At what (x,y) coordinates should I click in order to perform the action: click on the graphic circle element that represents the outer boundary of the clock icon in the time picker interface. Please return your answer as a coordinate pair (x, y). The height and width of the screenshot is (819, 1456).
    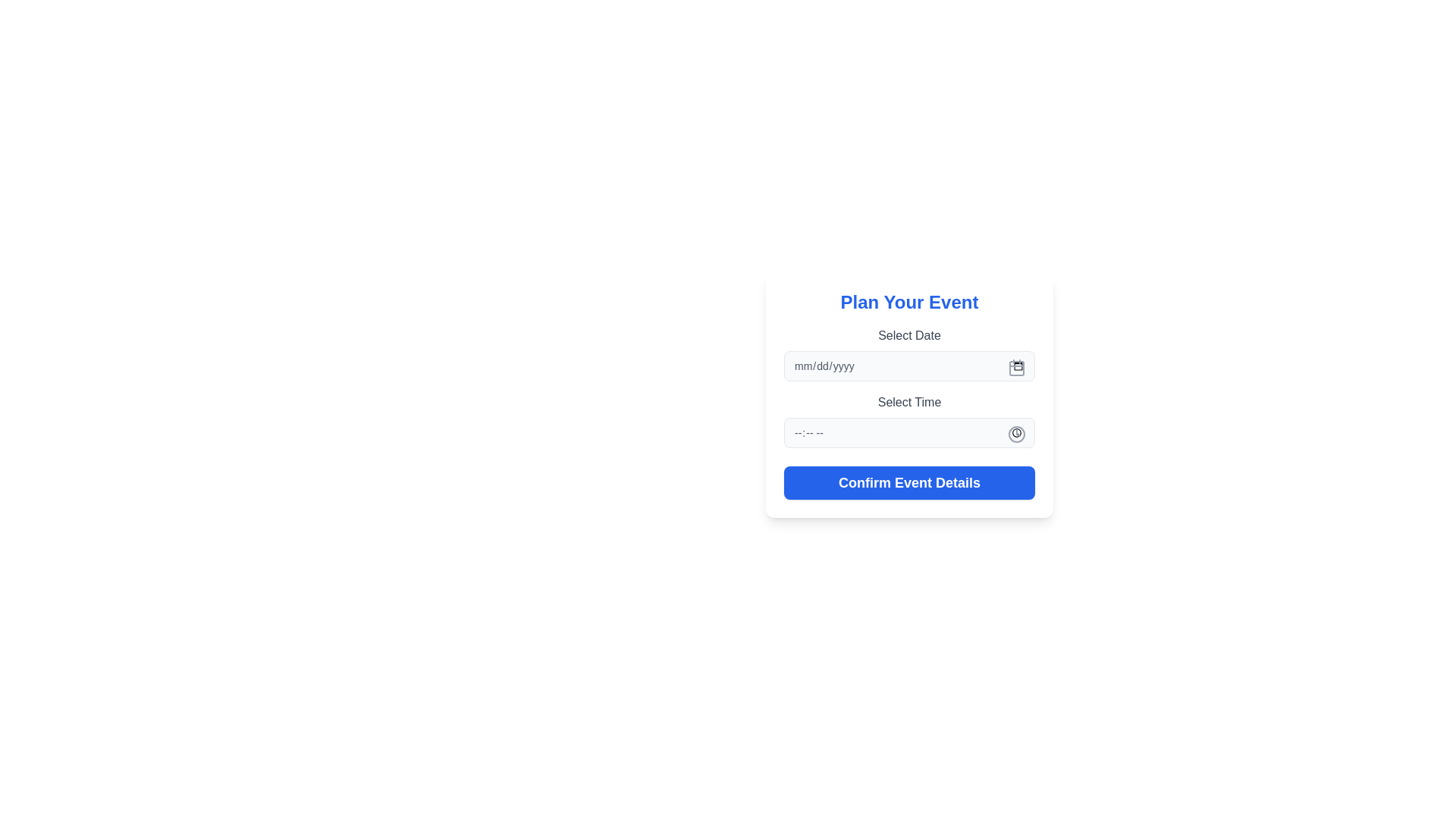
    Looking at the image, I should click on (1016, 435).